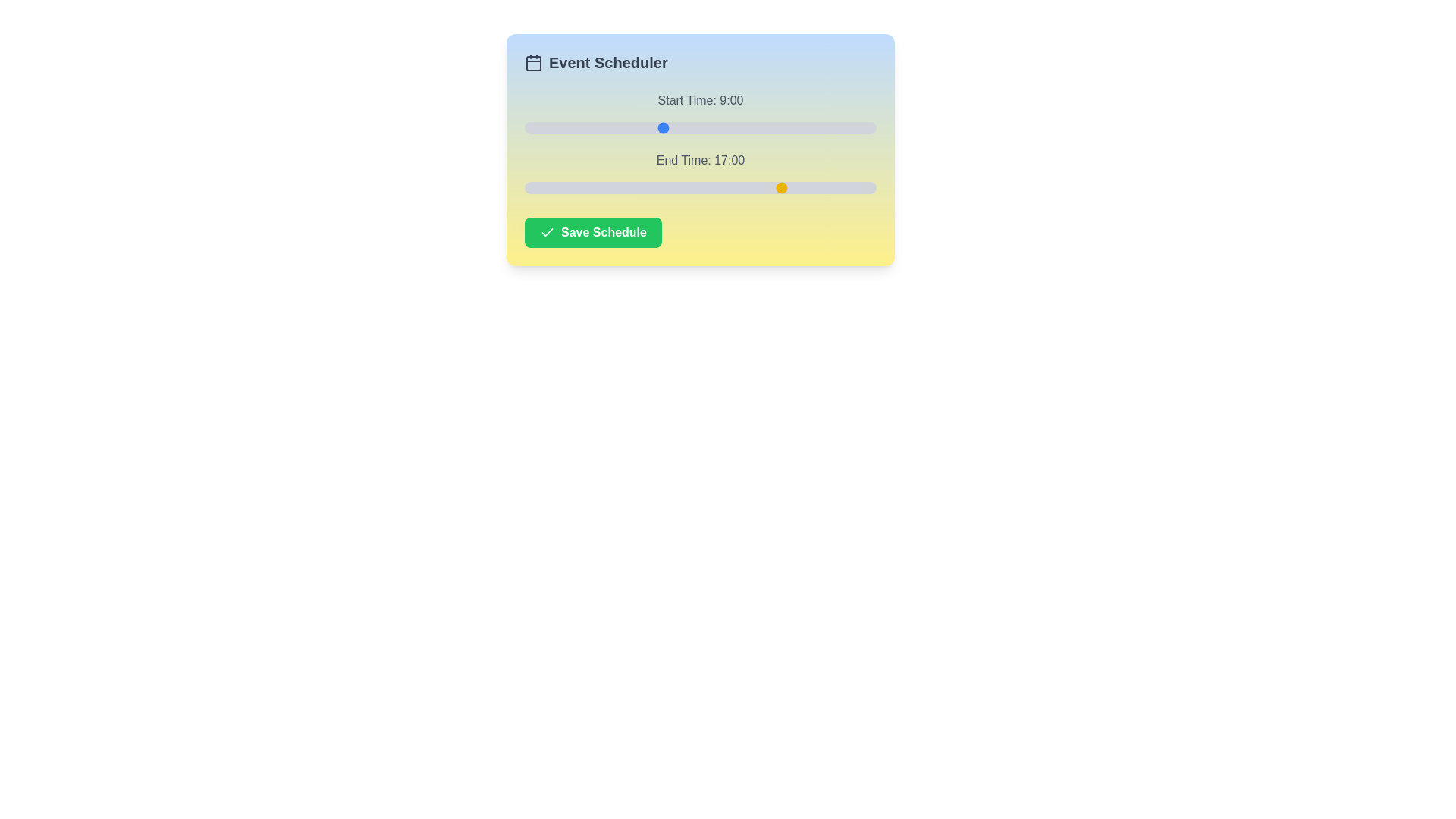 The height and width of the screenshot is (819, 1456). What do you see at coordinates (600, 187) in the screenshot?
I see `the end time slider to 5` at bounding box center [600, 187].